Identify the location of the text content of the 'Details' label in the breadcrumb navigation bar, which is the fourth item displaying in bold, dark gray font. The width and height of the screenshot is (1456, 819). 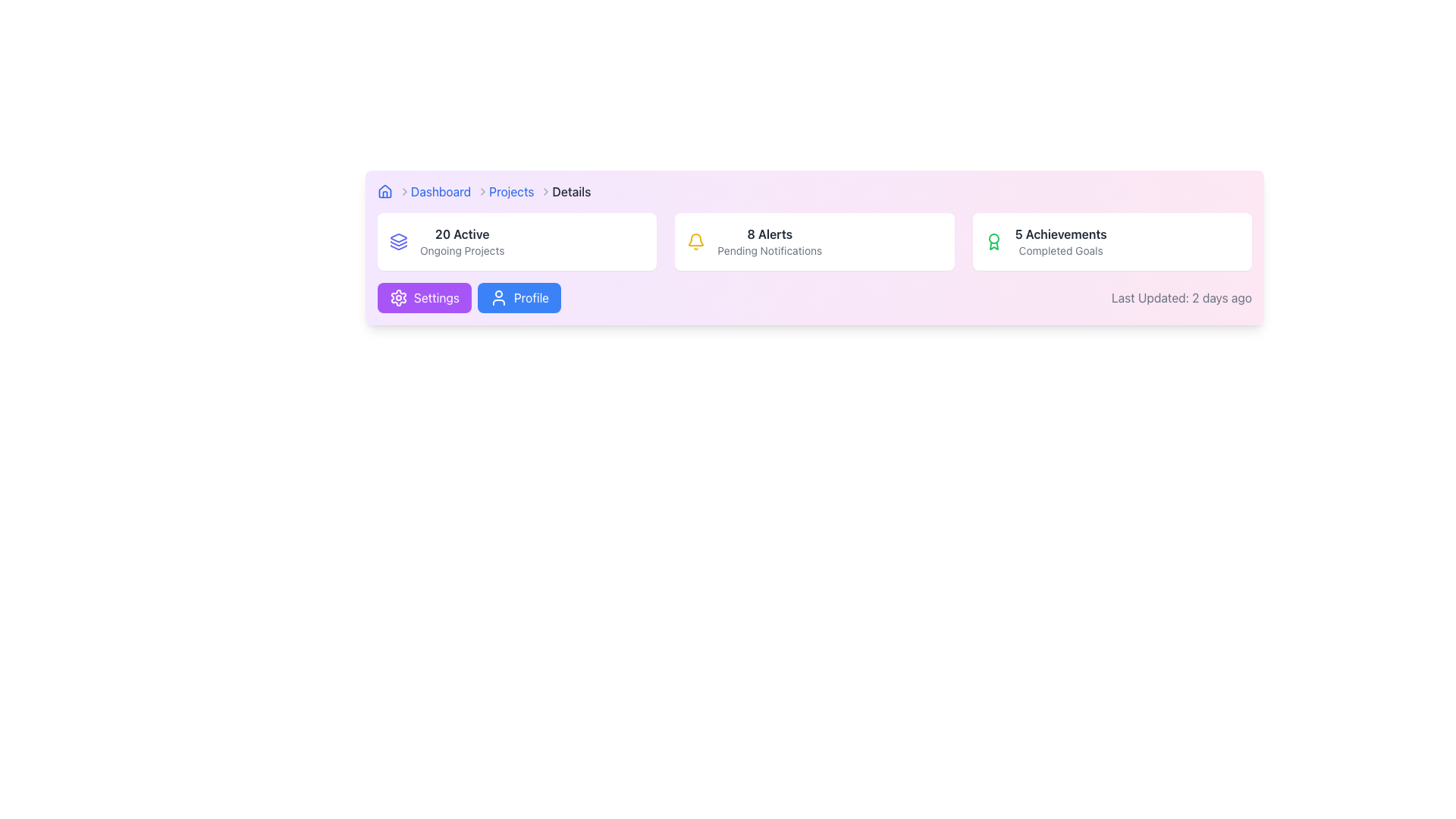
(570, 191).